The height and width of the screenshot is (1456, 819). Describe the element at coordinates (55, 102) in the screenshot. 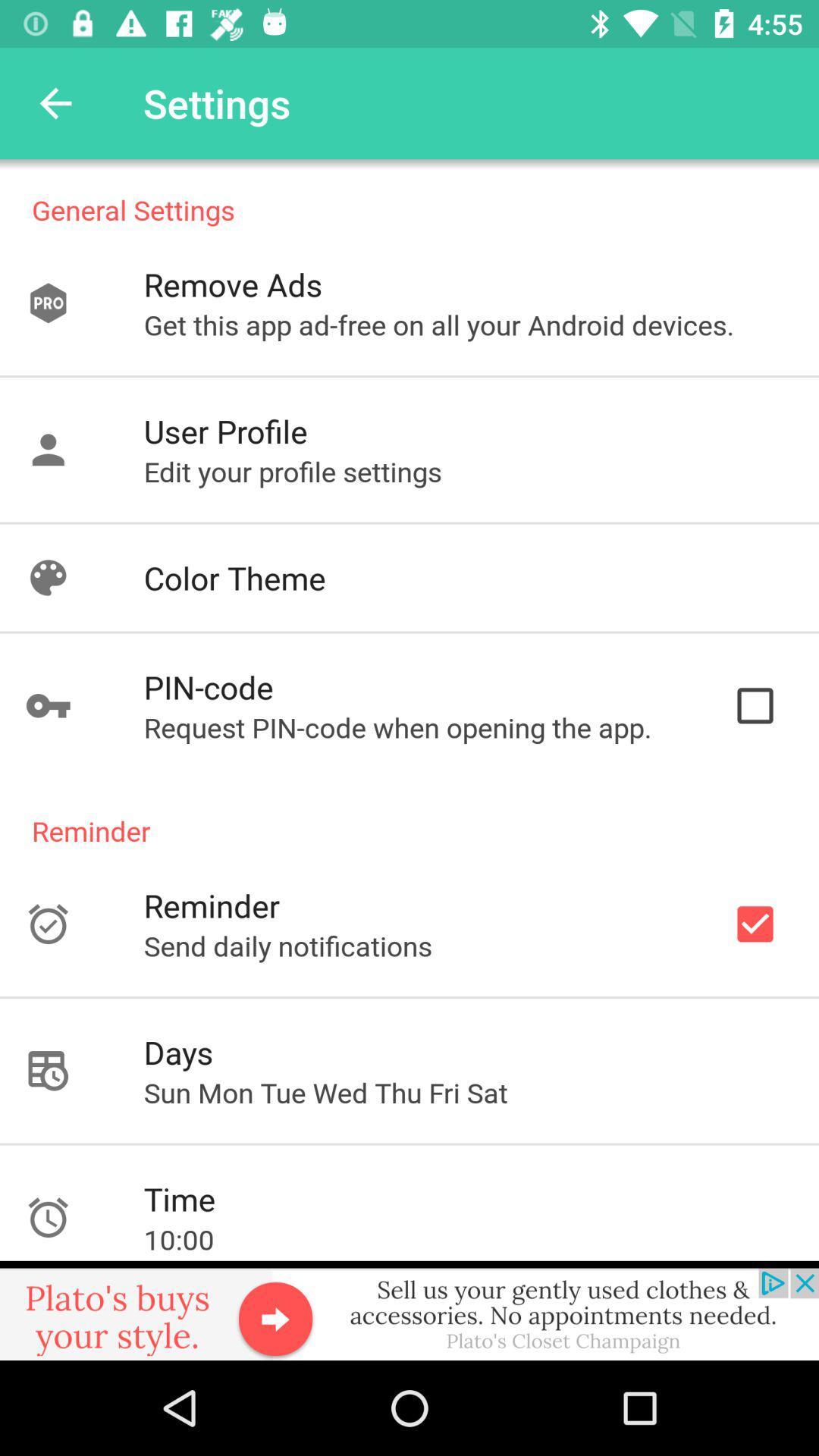

I see `previous` at that location.